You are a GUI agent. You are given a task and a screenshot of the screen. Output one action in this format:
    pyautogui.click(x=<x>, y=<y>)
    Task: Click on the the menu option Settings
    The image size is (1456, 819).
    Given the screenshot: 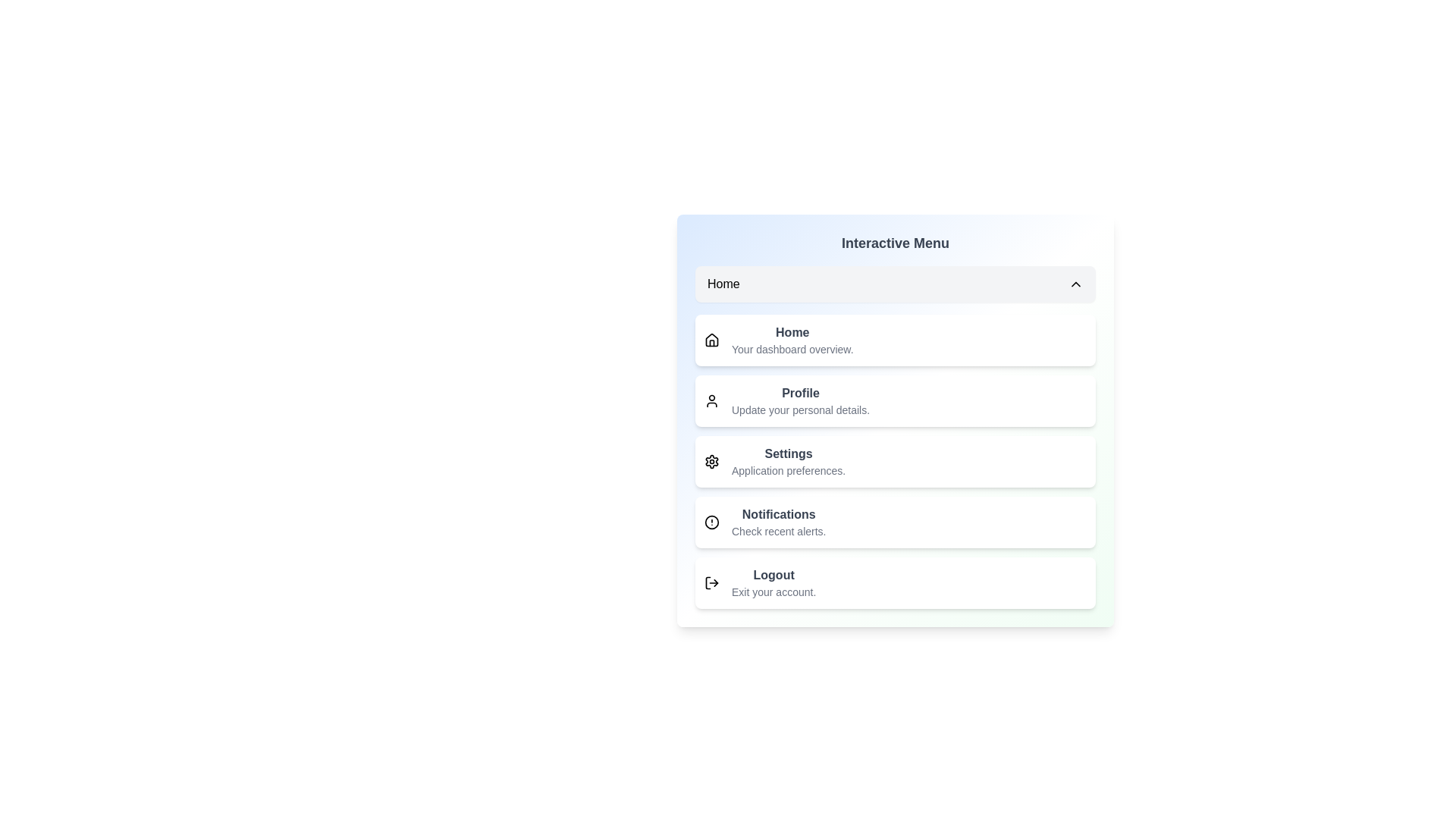 What is the action you would take?
    pyautogui.click(x=895, y=461)
    